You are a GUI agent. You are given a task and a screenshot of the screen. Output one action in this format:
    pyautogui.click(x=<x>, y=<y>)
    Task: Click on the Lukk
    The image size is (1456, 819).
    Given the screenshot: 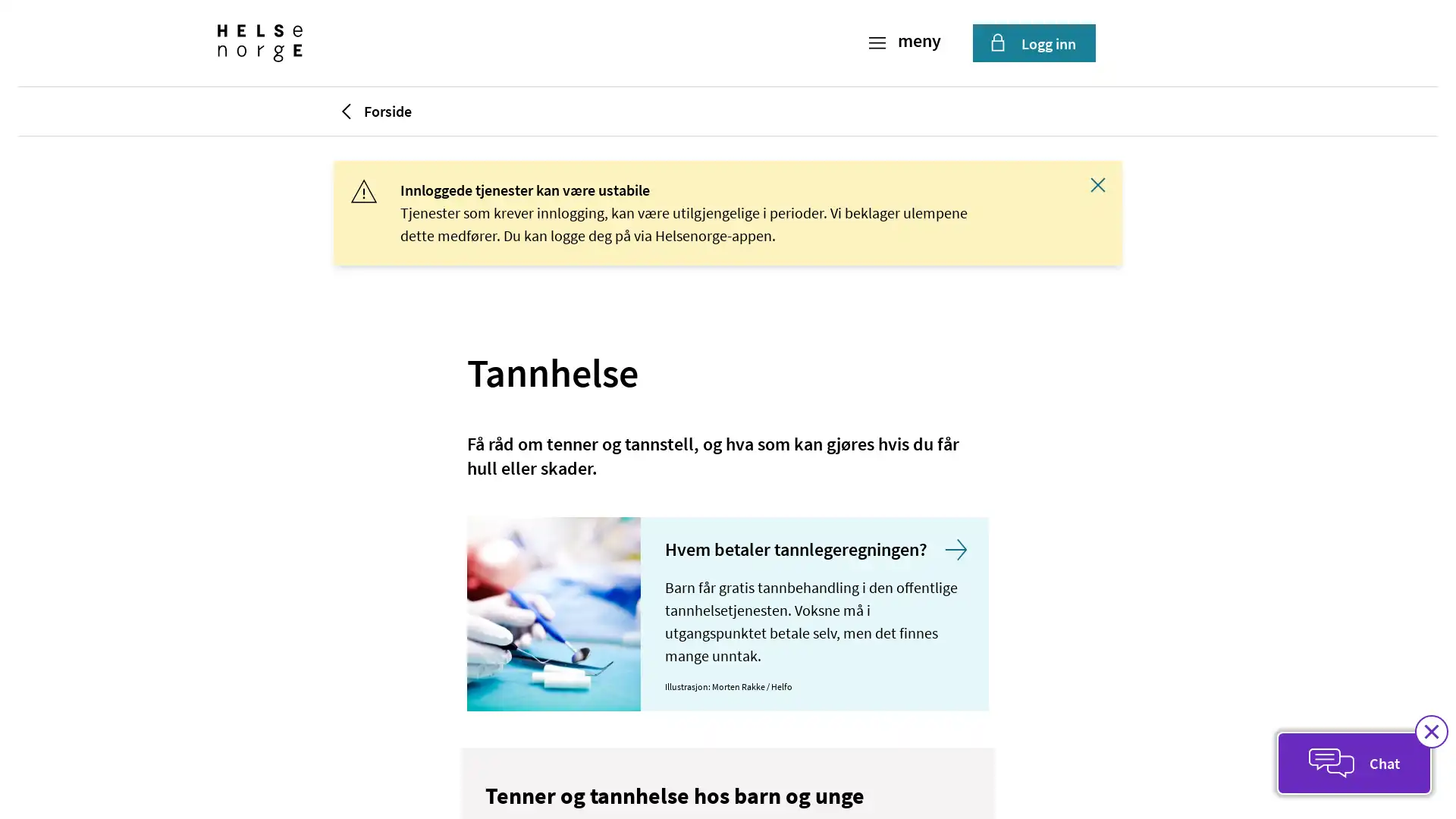 What is the action you would take?
    pyautogui.click(x=1098, y=184)
    